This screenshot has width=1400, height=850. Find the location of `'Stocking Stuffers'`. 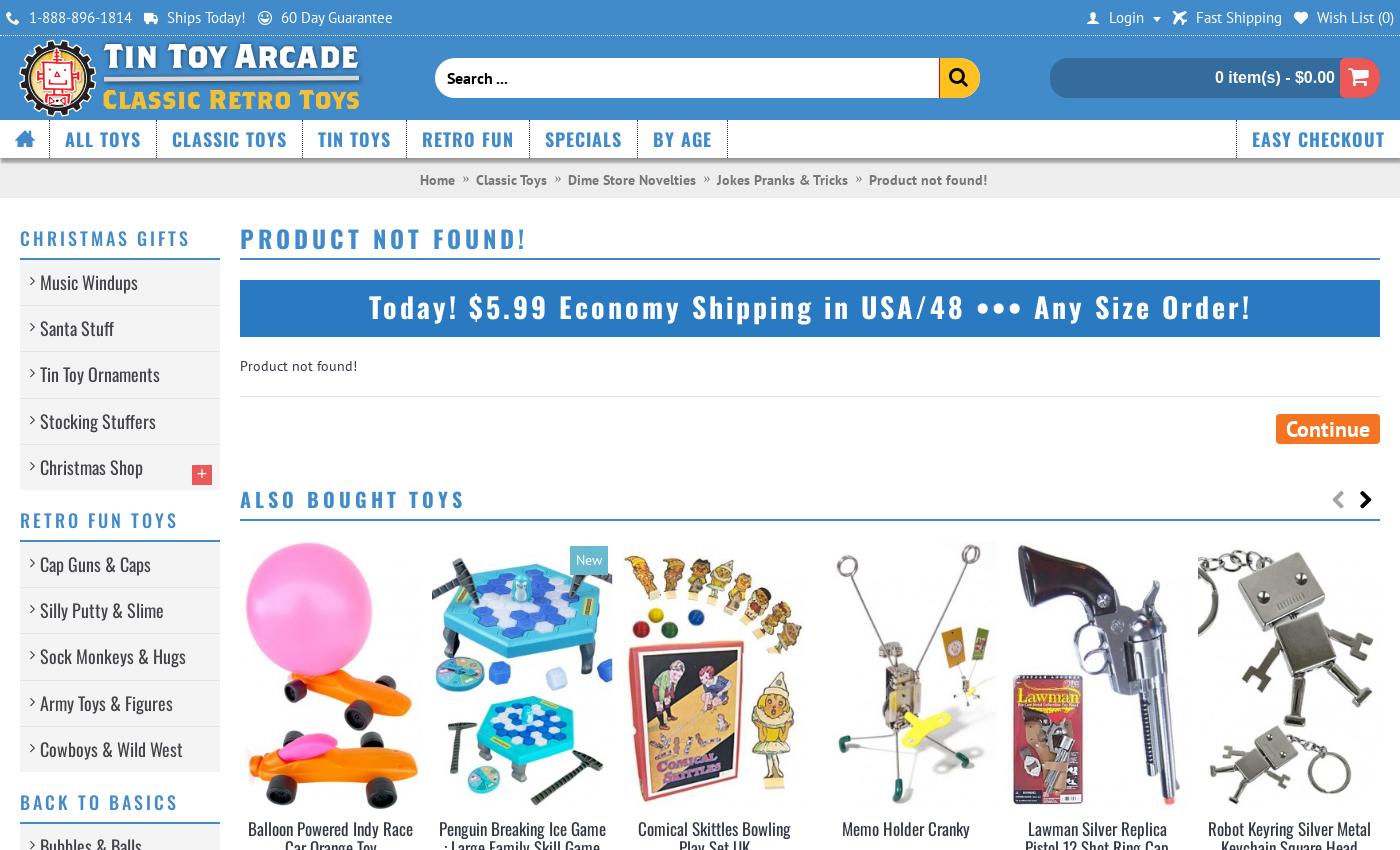

'Stocking Stuffers' is located at coordinates (40, 419).